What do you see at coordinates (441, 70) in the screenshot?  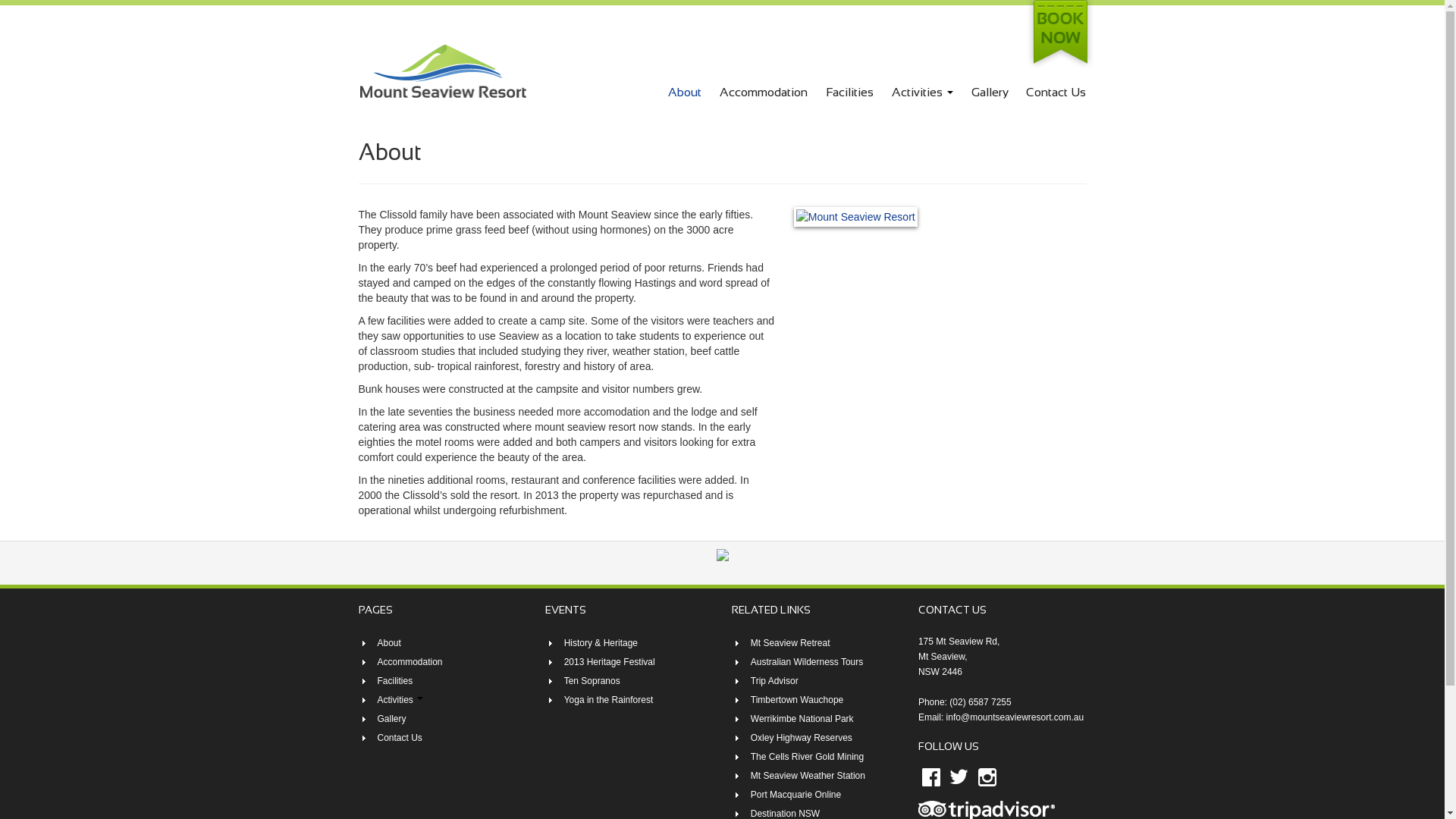 I see `'Mount Seaview Resort'` at bounding box center [441, 70].